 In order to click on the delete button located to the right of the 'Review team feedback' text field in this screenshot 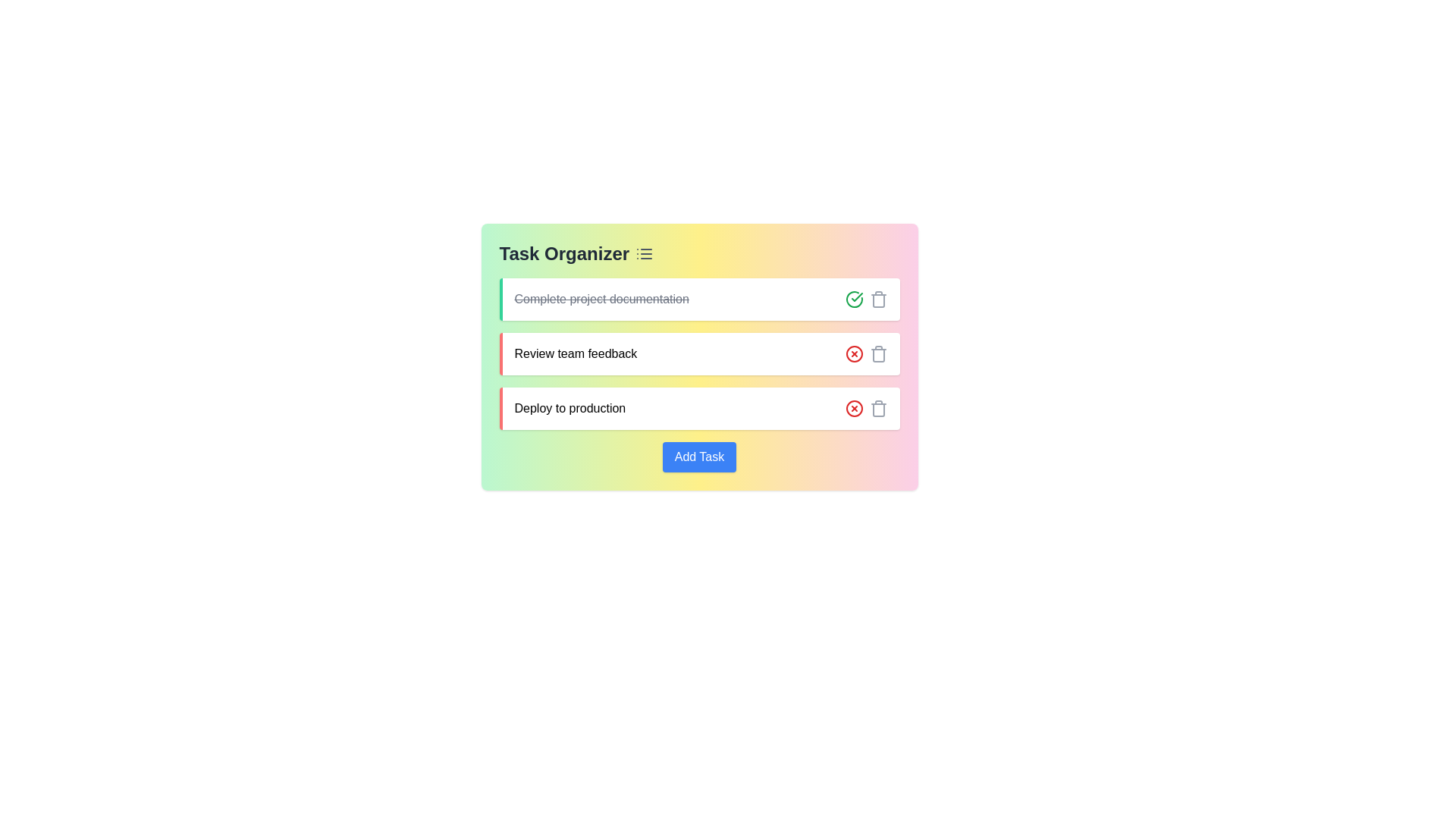, I will do `click(854, 353)`.